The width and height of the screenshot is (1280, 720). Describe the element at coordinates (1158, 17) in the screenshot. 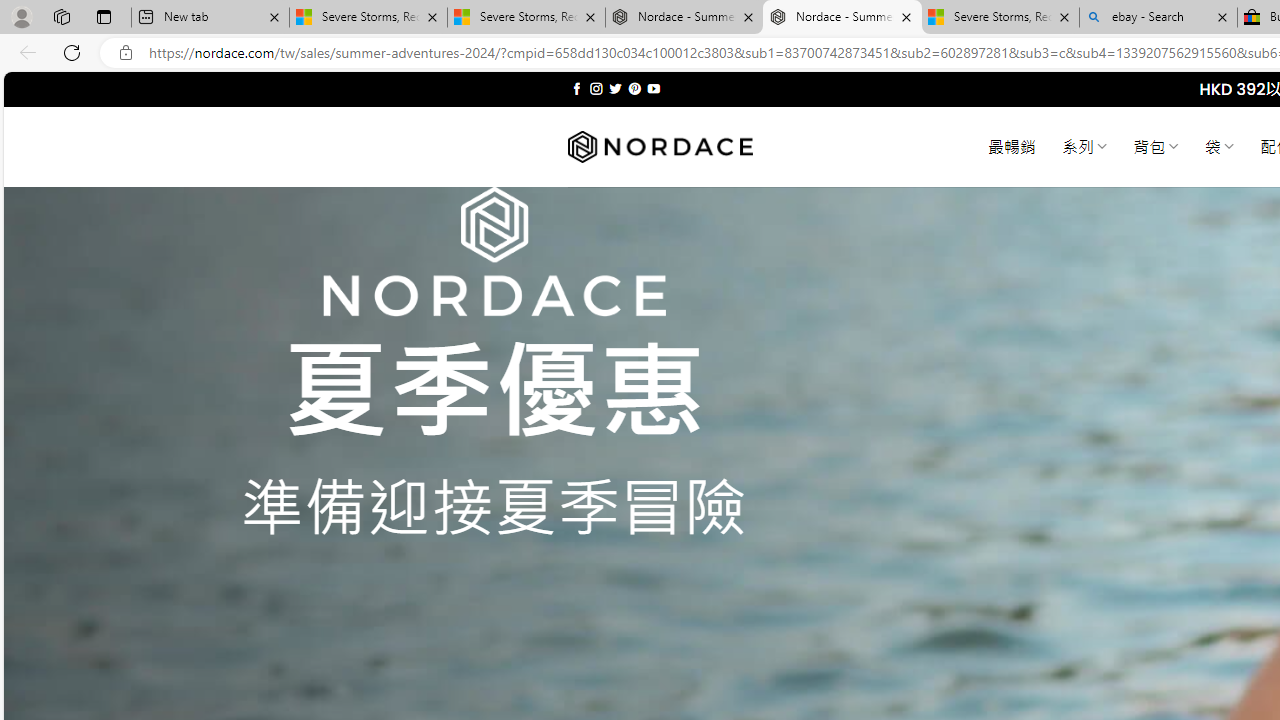

I see `'ebay - Search'` at that location.